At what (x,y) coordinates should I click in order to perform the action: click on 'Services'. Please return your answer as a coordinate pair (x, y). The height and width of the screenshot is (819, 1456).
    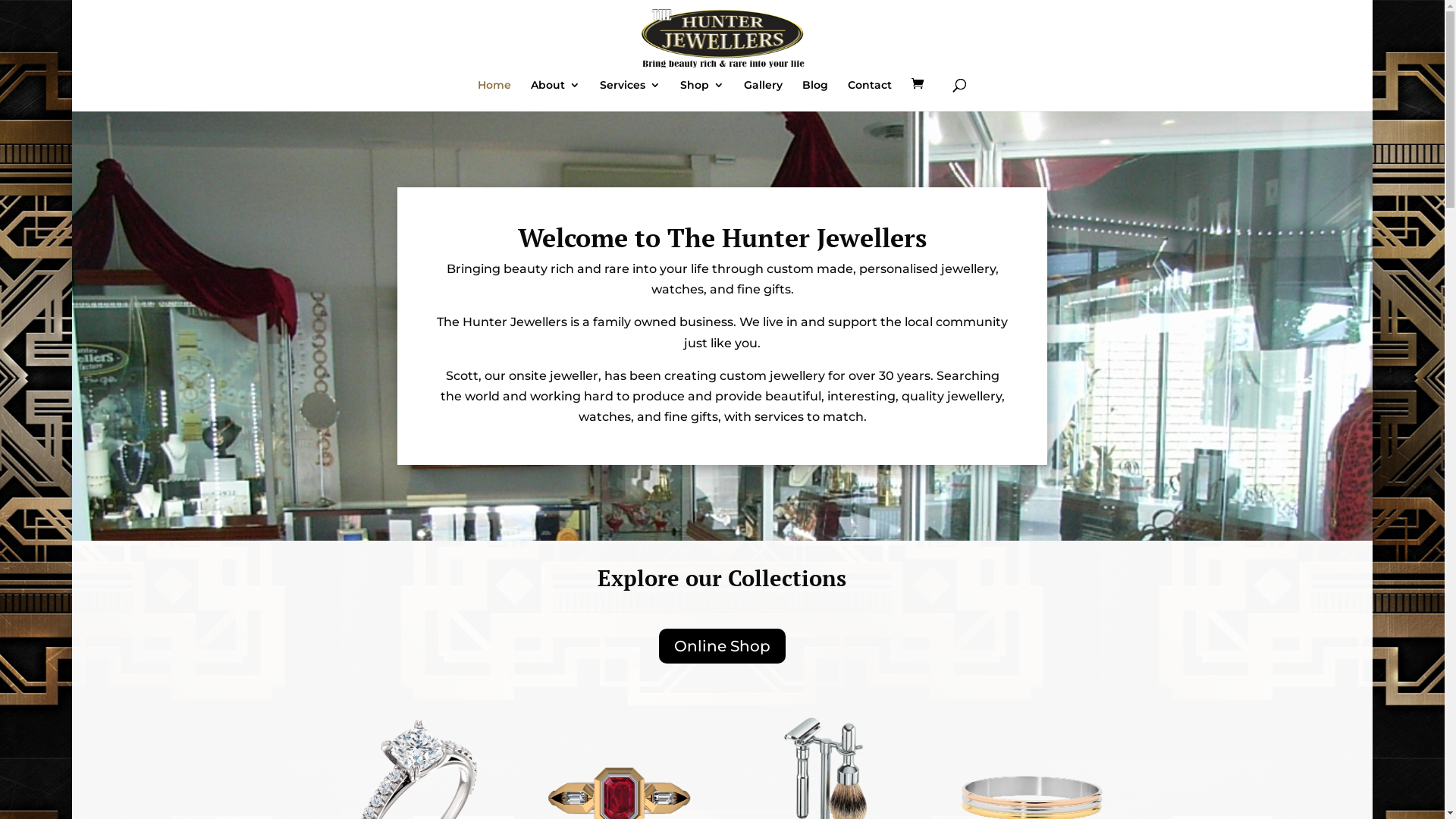
    Looking at the image, I should click on (629, 96).